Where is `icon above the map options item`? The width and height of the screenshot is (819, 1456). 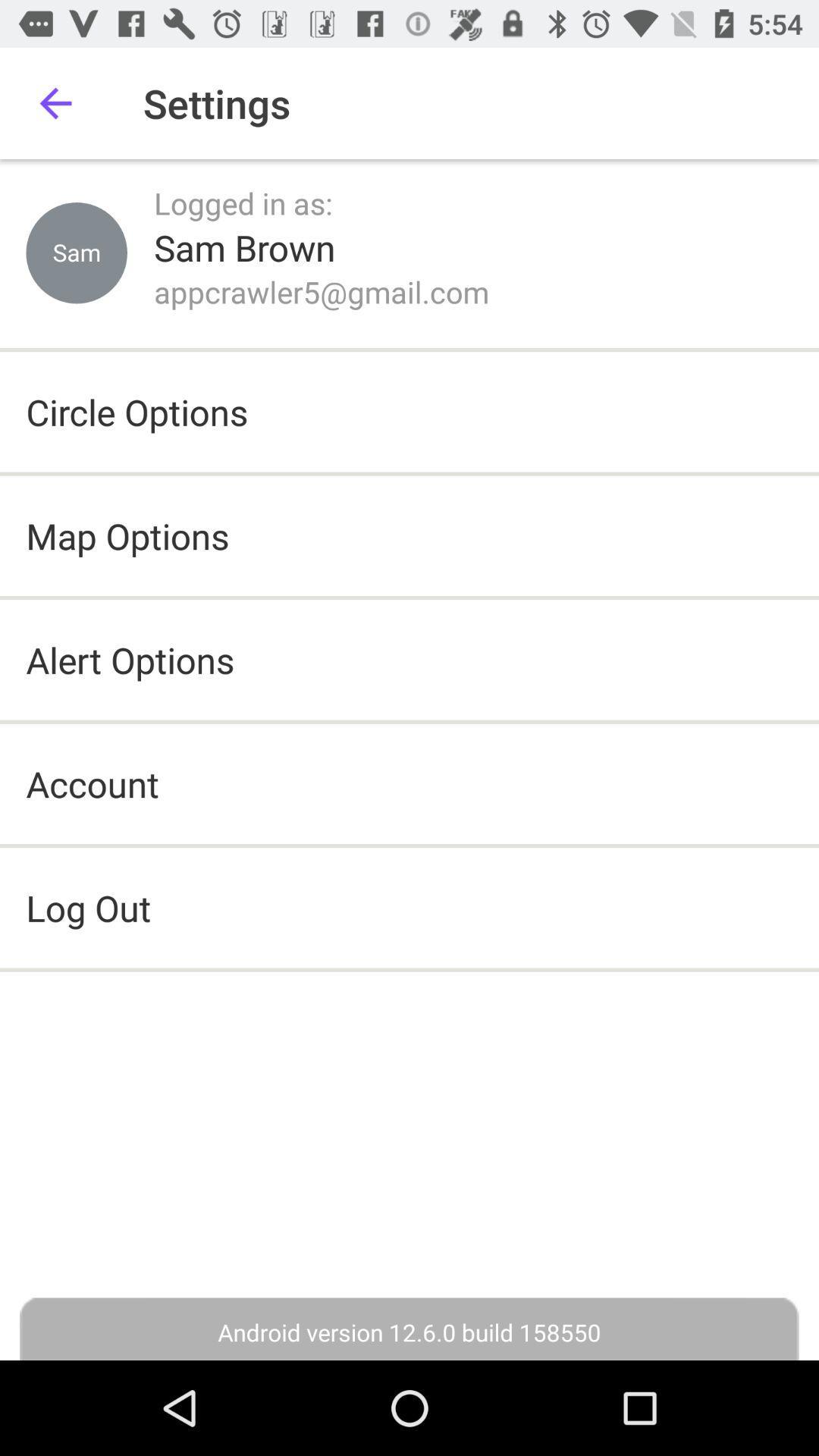
icon above the map options item is located at coordinates (136, 412).